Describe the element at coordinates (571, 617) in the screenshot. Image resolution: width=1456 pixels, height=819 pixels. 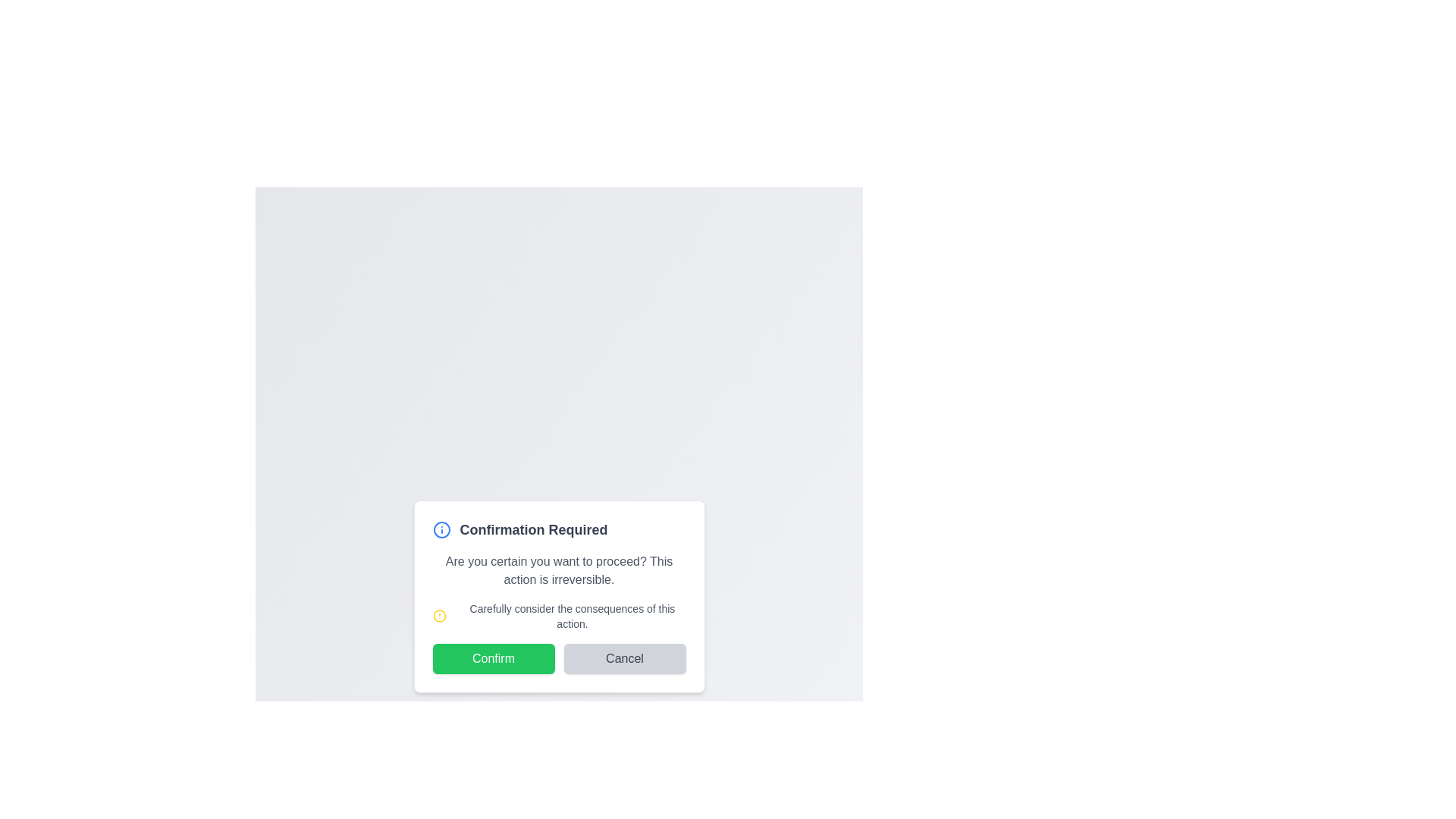
I see `the text element displaying the message 'Carefully consider the consequences of this action.' which is located below the title 'Confirmation Required' and next to an alert icon` at that location.